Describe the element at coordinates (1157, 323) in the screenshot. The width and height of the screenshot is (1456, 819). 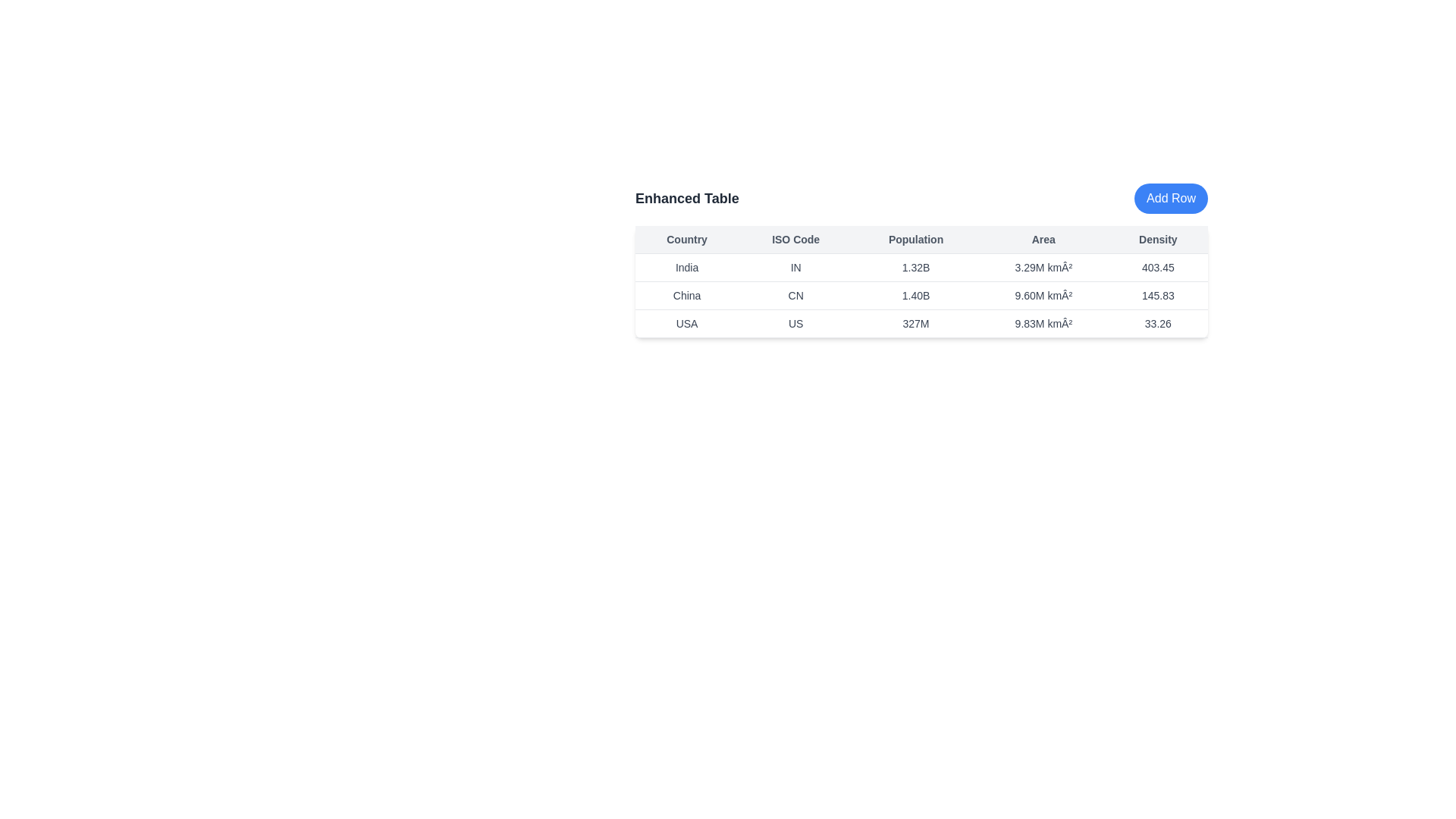
I see `the text element displaying '33.26' in the 'Density' column of the third row in the table` at that location.